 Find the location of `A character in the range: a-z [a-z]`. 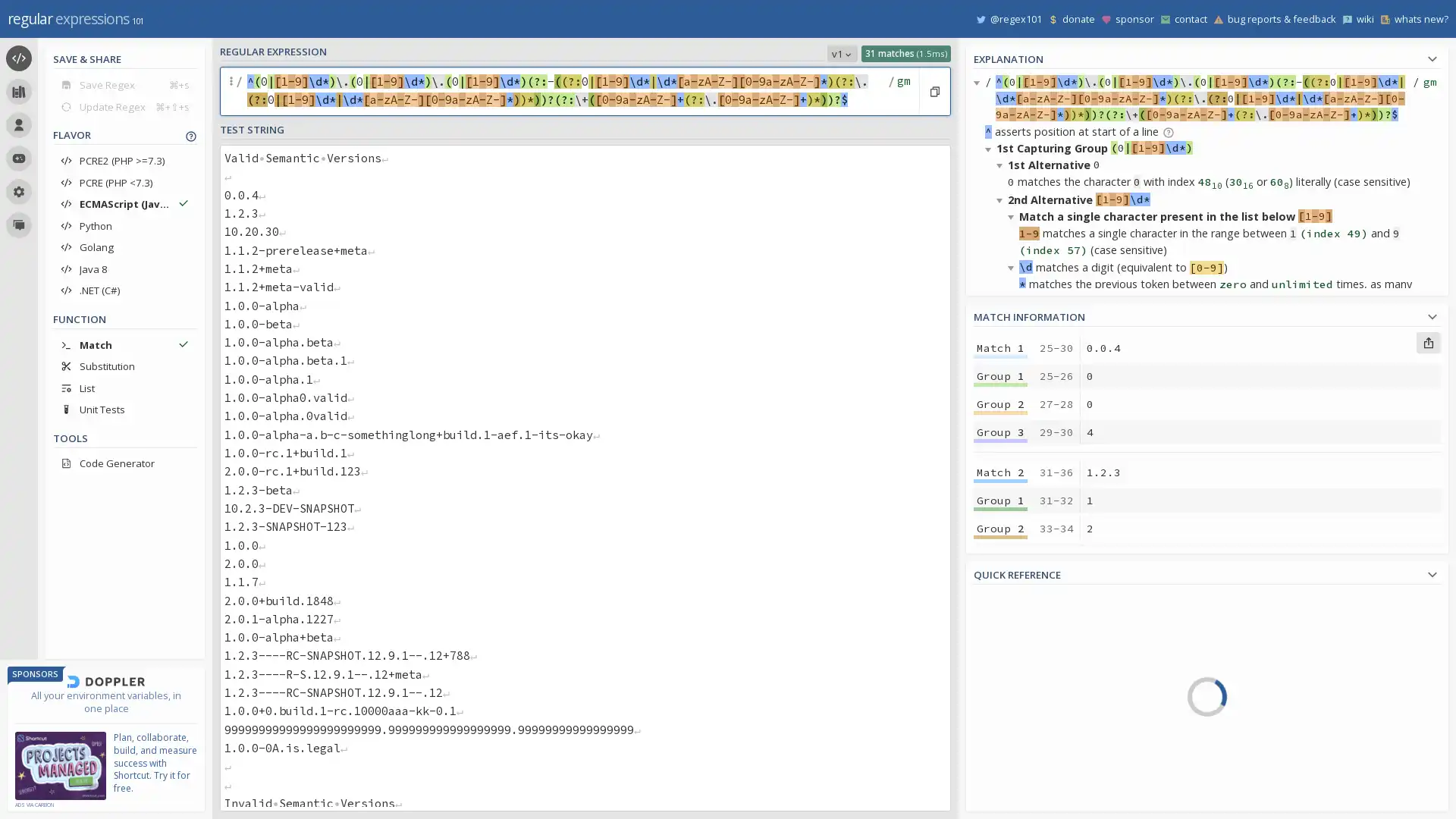

A character in the range: a-z [a-z] is located at coordinates (1282, 643).